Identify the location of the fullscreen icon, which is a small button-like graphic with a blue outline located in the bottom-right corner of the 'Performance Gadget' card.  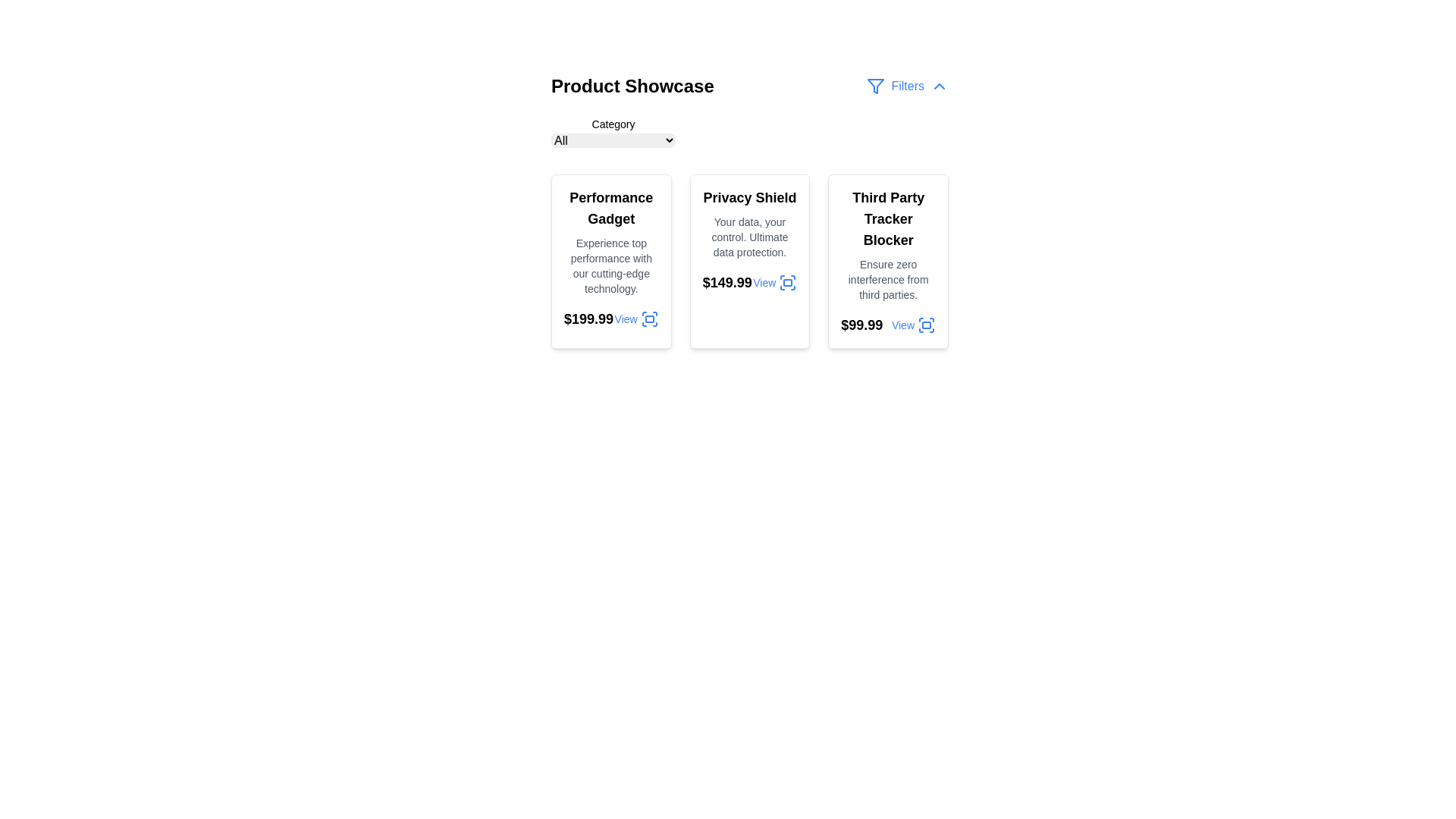
(649, 318).